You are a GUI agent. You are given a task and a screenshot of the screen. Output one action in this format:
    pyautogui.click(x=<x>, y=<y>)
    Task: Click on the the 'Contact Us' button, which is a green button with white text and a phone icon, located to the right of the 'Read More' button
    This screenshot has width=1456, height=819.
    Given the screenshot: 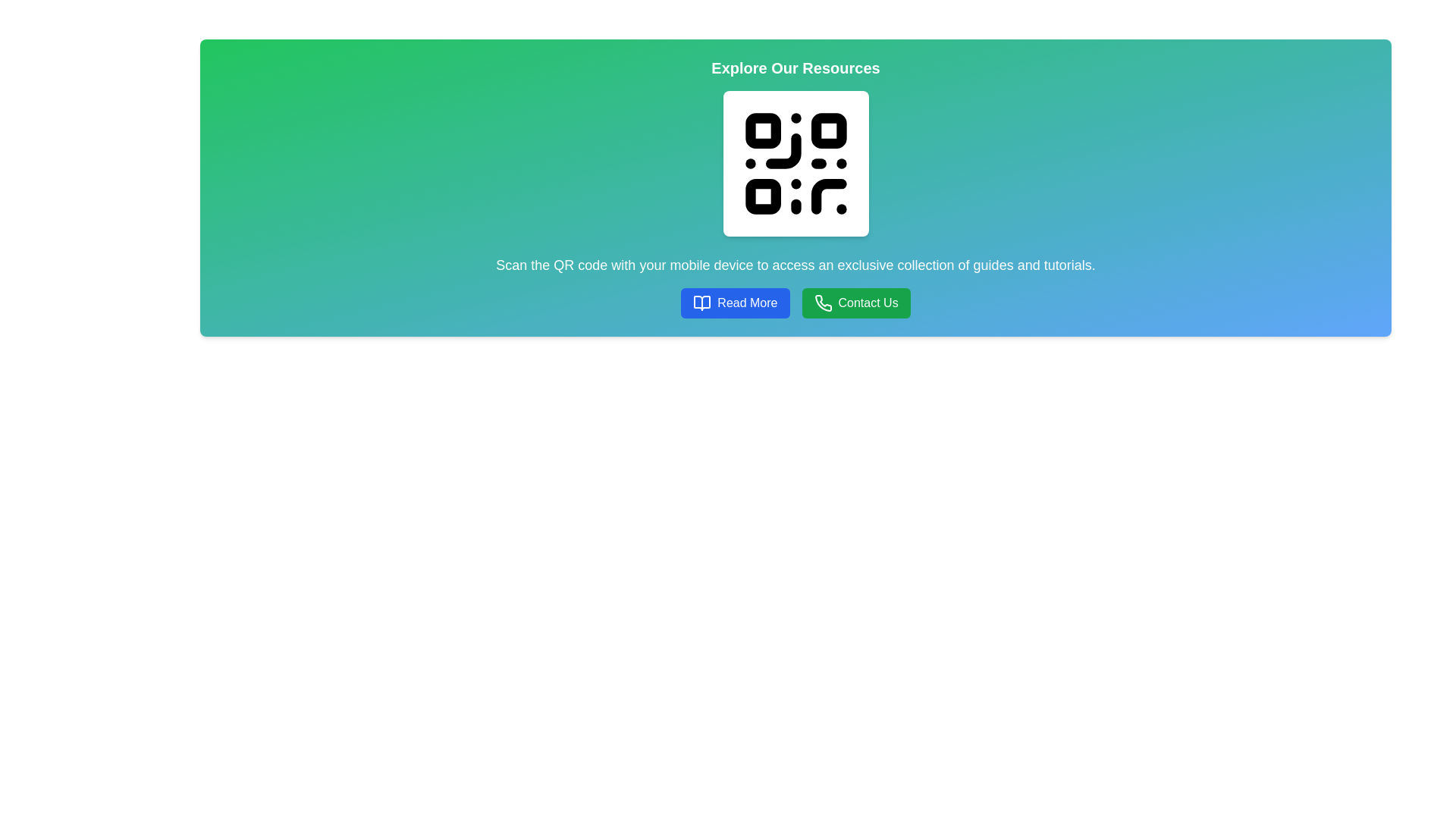 What is the action you would take?
    pyautogui.click(x=856, y=303)
    